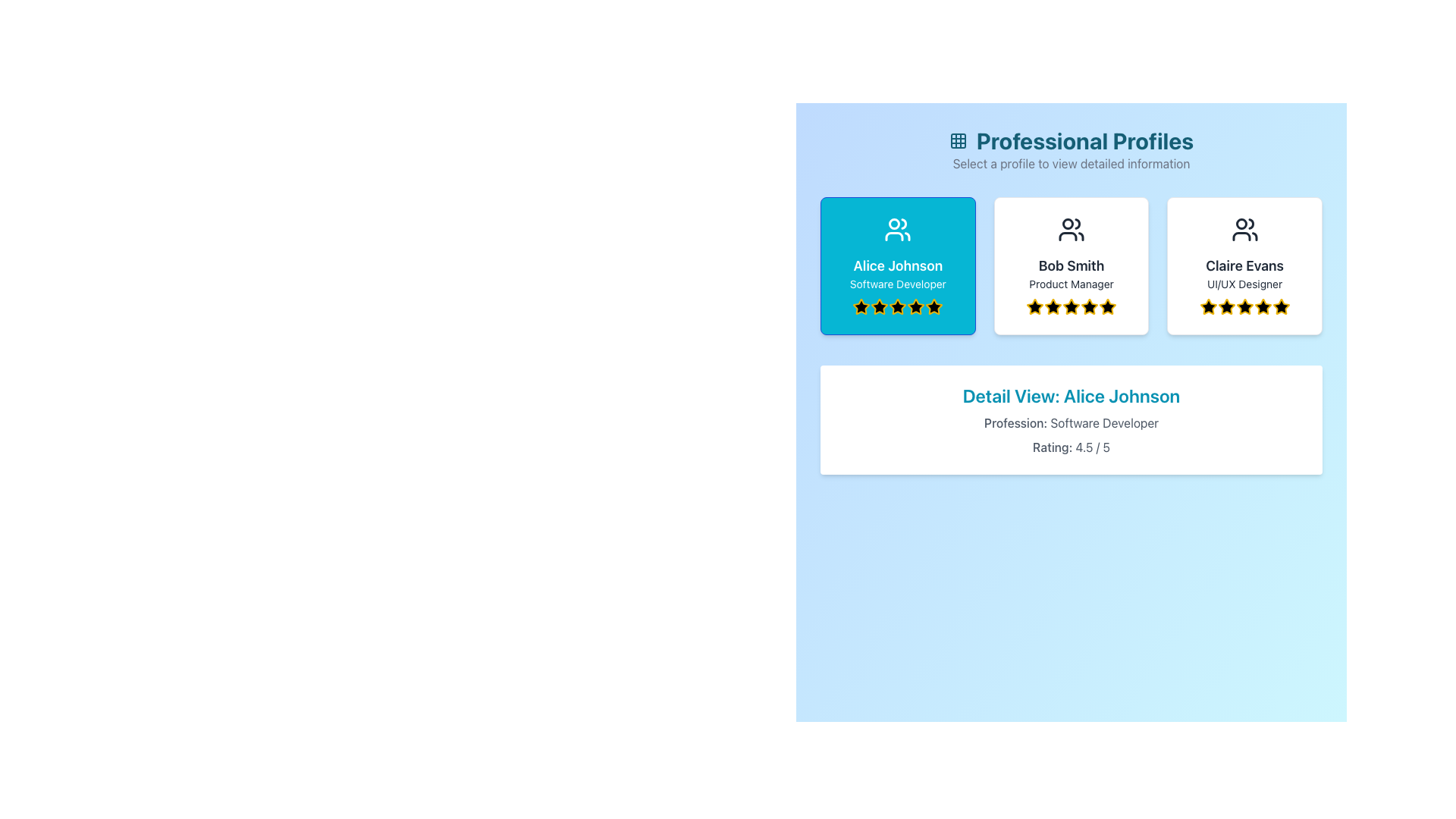 Image resolution: width=1456 pixels, height=819 pixels. What do you see at coordinates (1070, 265) in the screenshot?
I see `the 'Bob Smith' text label which is styled in bold and centered alignment, located at the top of the profile card within a three-column layout of professional profiles` at bounding box center [1070, 265].